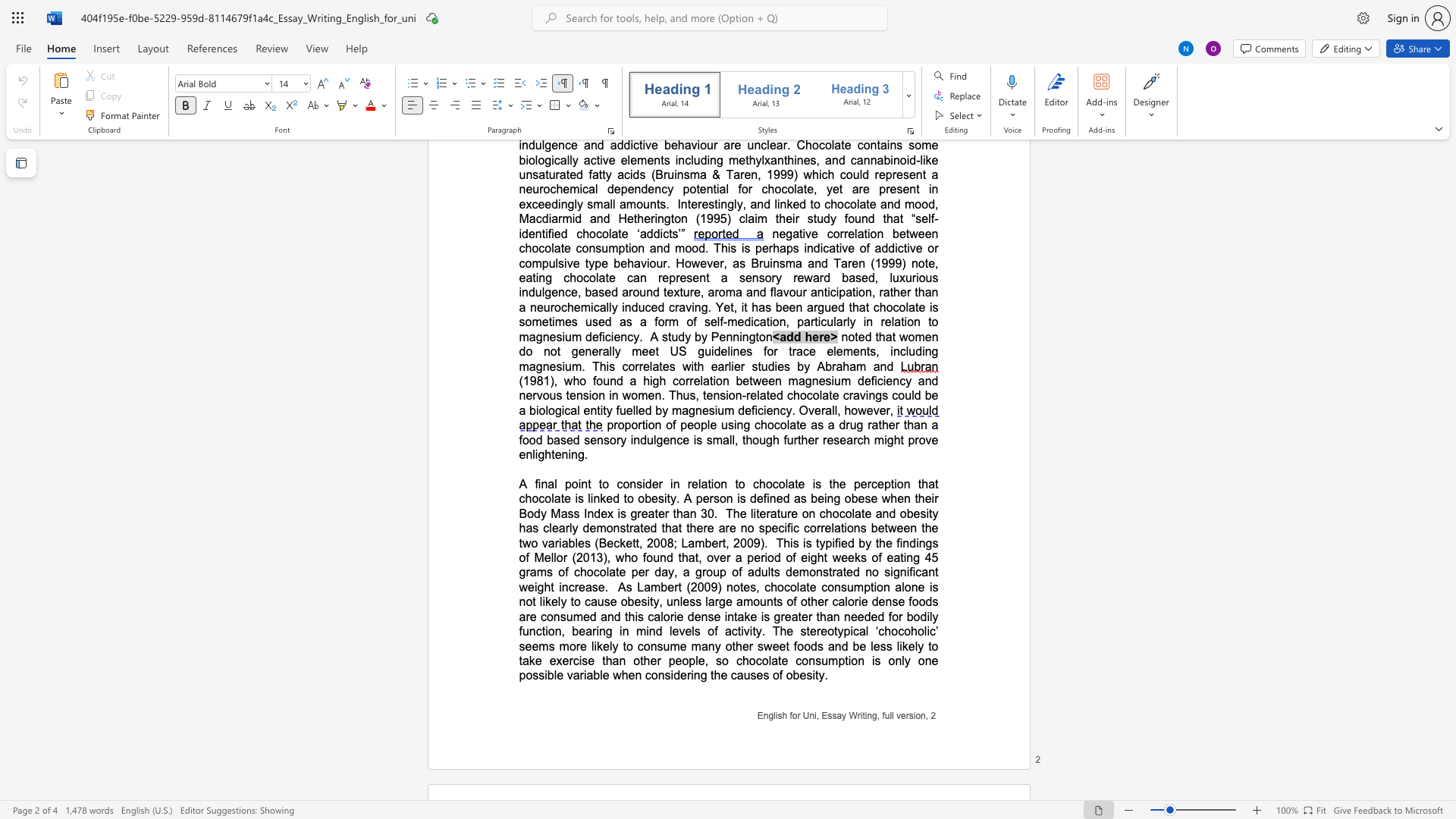  Describe the element at coordinates (761, 631) in the screenshot. I see `the subset text ". The stereotypical ‘chocoholic’ seems more likely to consume many other sweet foods and be less likely to take exercise than other people, so cho" within the text "of other calorie dense foods are consumed and this calorie dense intake is greater than needed for bodily function, bearing in mind levels of activity. The stereotypical ‘chocoholic’ seems more likely to consume many other sweet foods and be less likely to take exercise than other people, so chocolate consumption is only one possible variable when considering th"` at that location.